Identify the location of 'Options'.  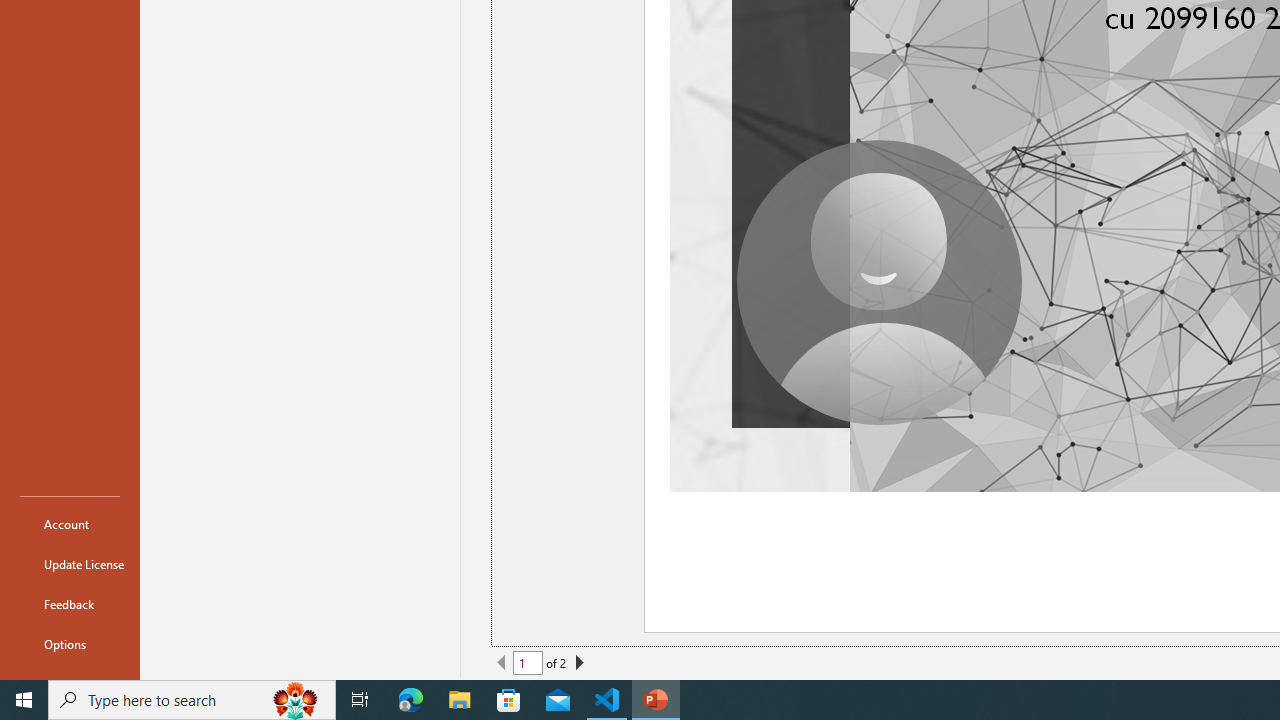
(69, 644).